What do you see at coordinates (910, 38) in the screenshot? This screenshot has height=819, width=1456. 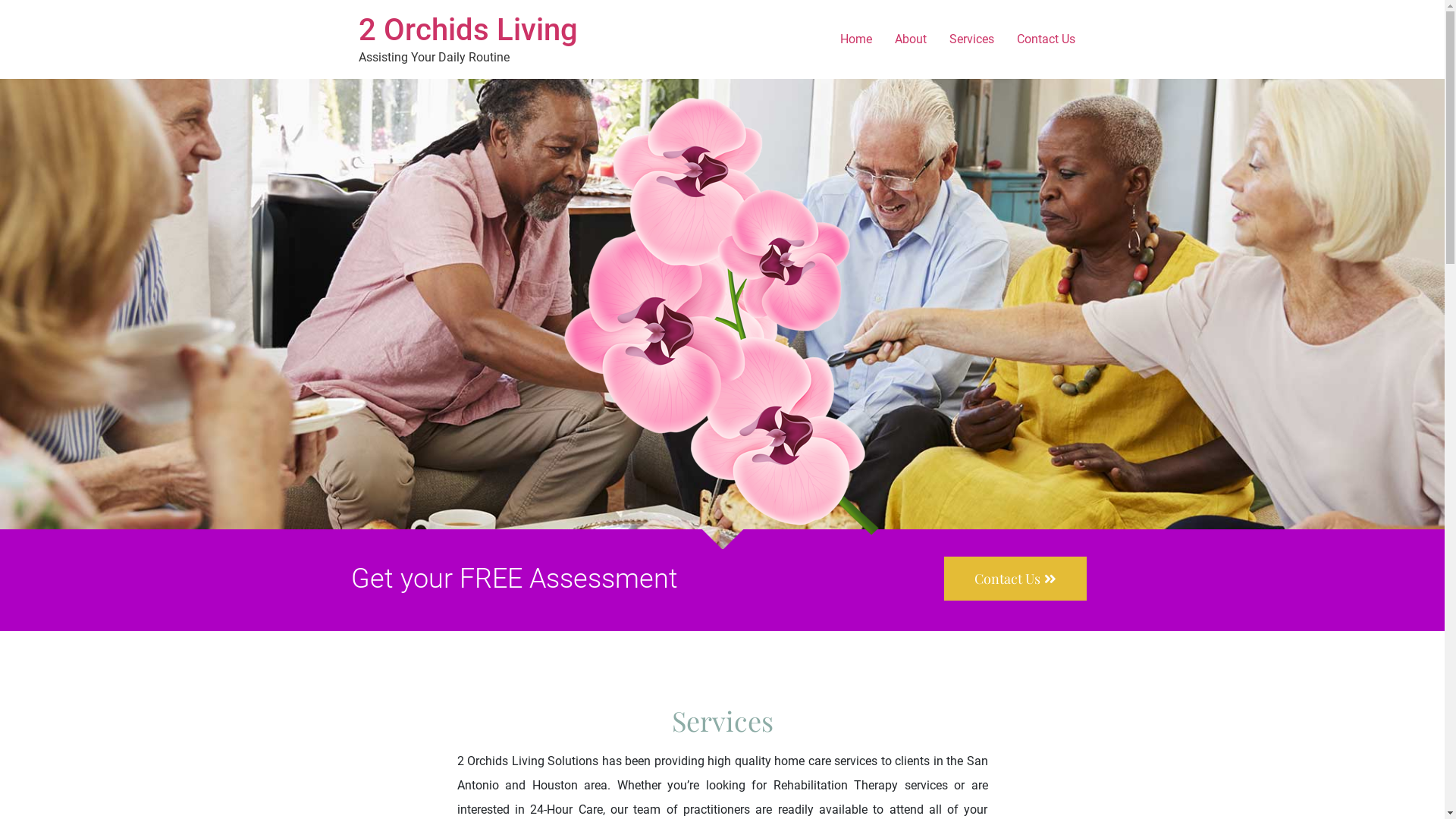 I see `'About'` at bounding box center [910, 38].